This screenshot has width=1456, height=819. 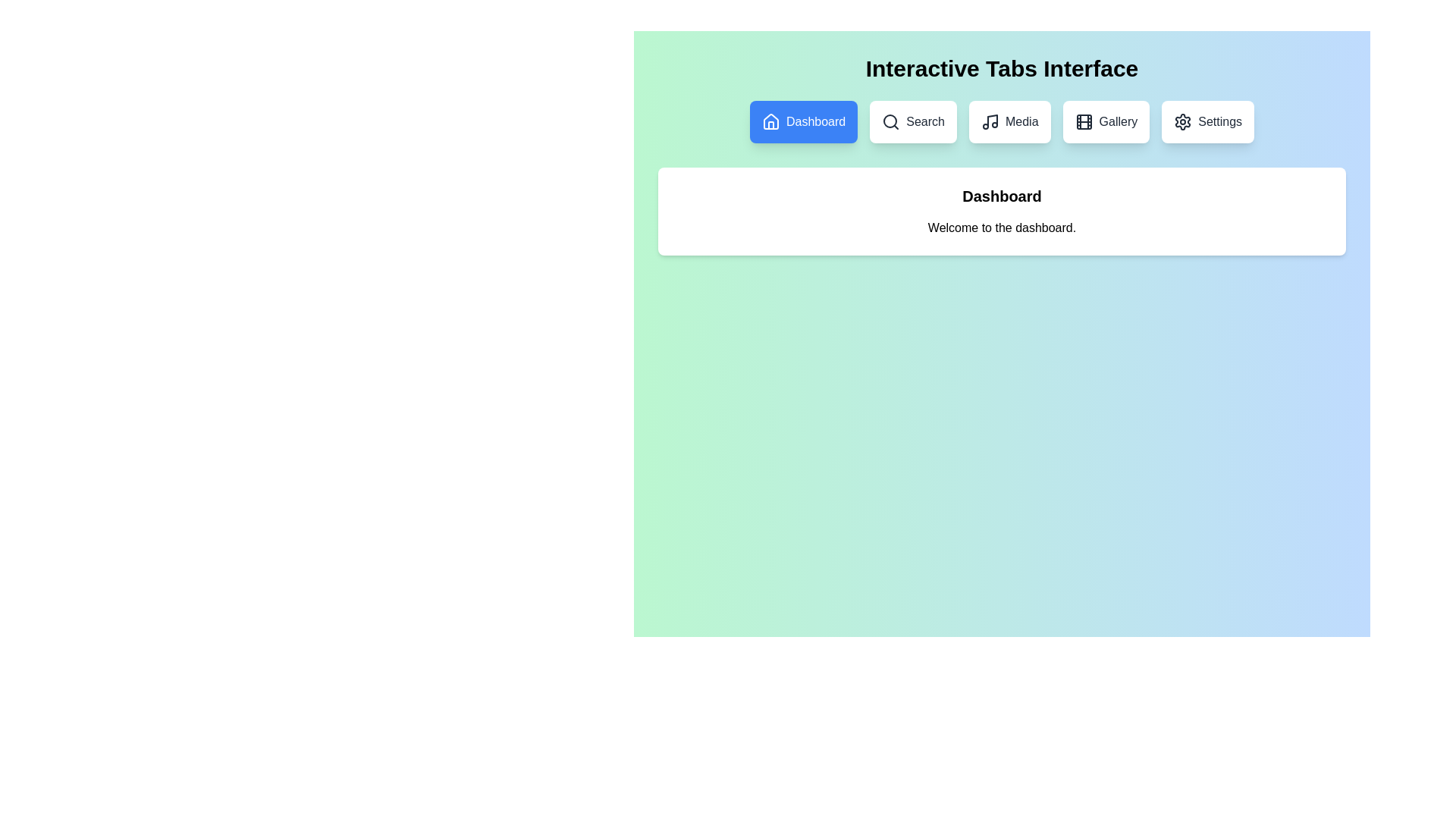 I want to click on the 'Search' button which contains the SVG circle representing the lens of the magnifying glass, so click(x=890, y=120).